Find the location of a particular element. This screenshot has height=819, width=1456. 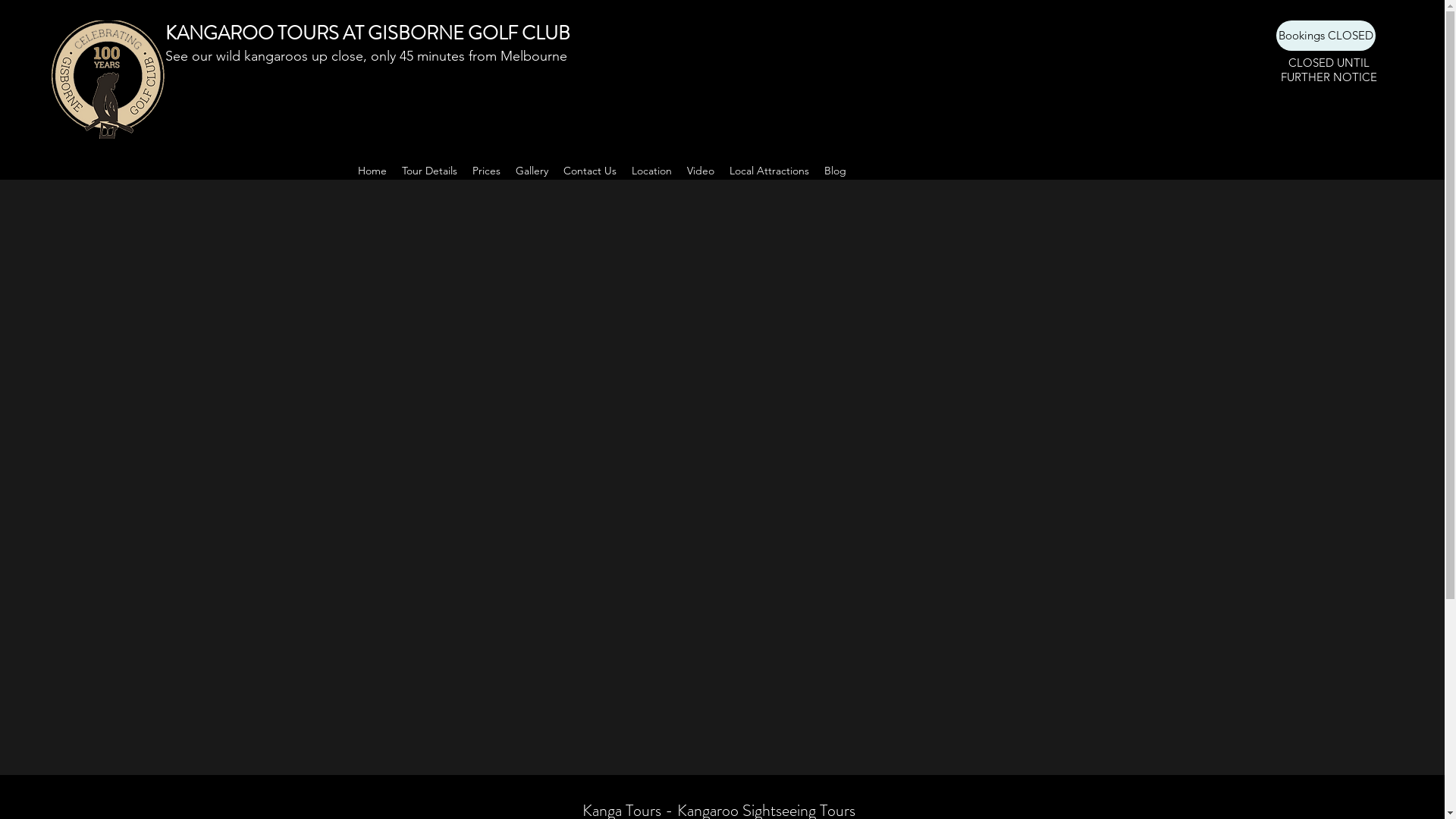

'Tour Details' is located at coordinates (428, 170).